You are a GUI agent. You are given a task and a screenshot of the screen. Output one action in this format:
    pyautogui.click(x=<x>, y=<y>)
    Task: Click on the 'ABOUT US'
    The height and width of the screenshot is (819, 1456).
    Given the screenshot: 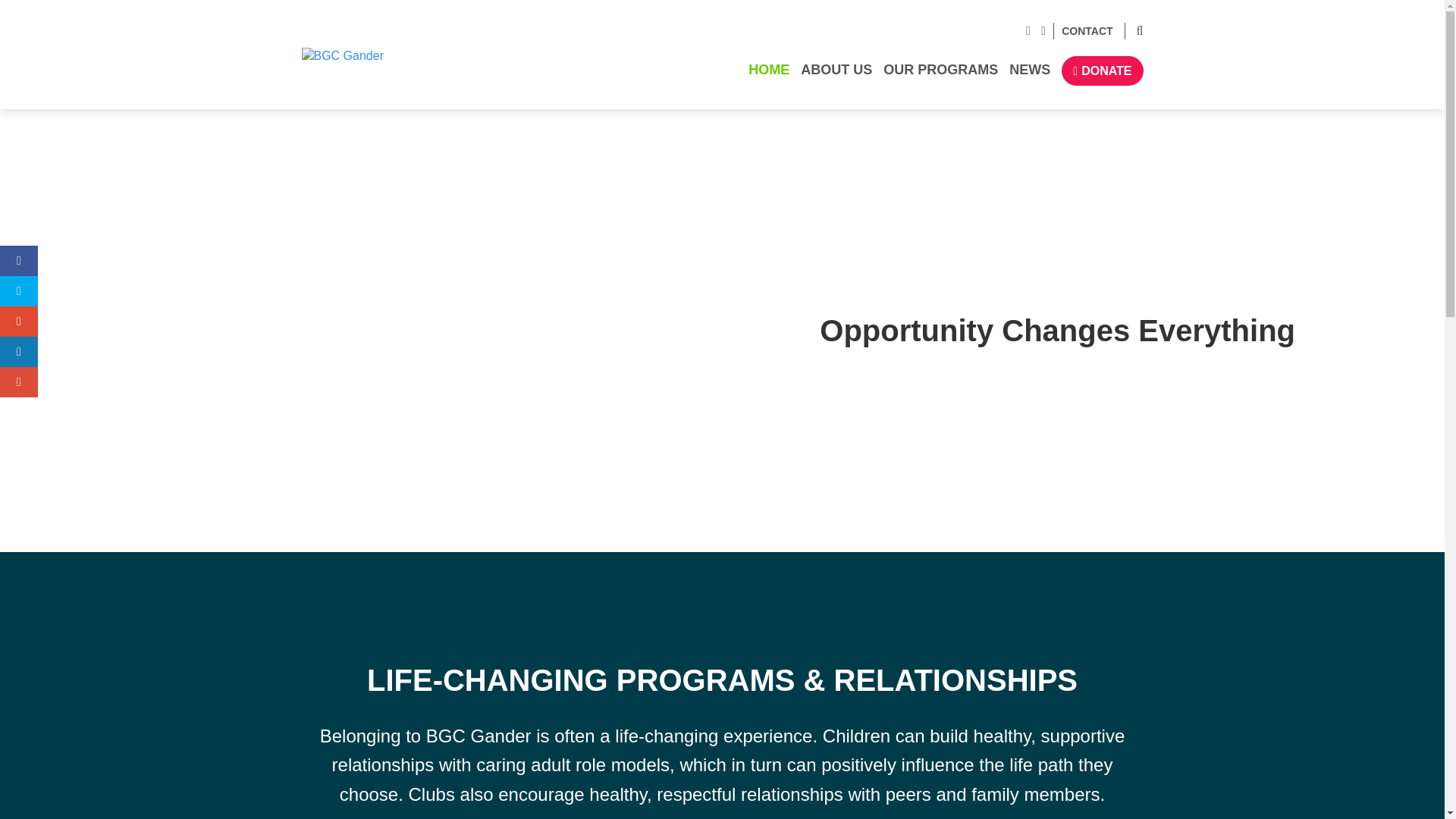 What is the action you would take?
    pyautogui.click(x=836, y=76)
    